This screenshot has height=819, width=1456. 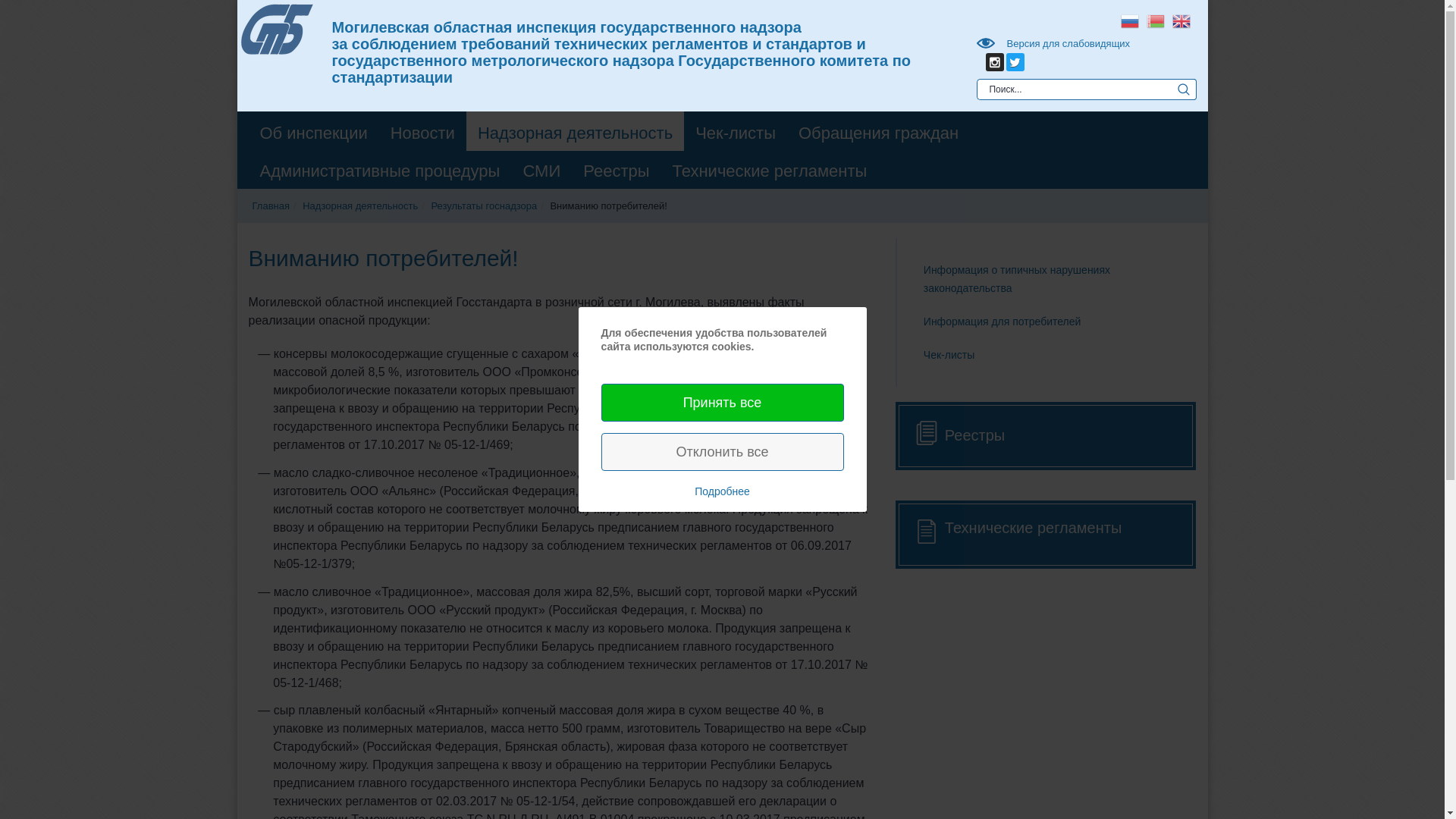 What do you see at coordinates (1128, 20) in the screenshot?
I see `'Russian'` at bounding box center [1128, 20].